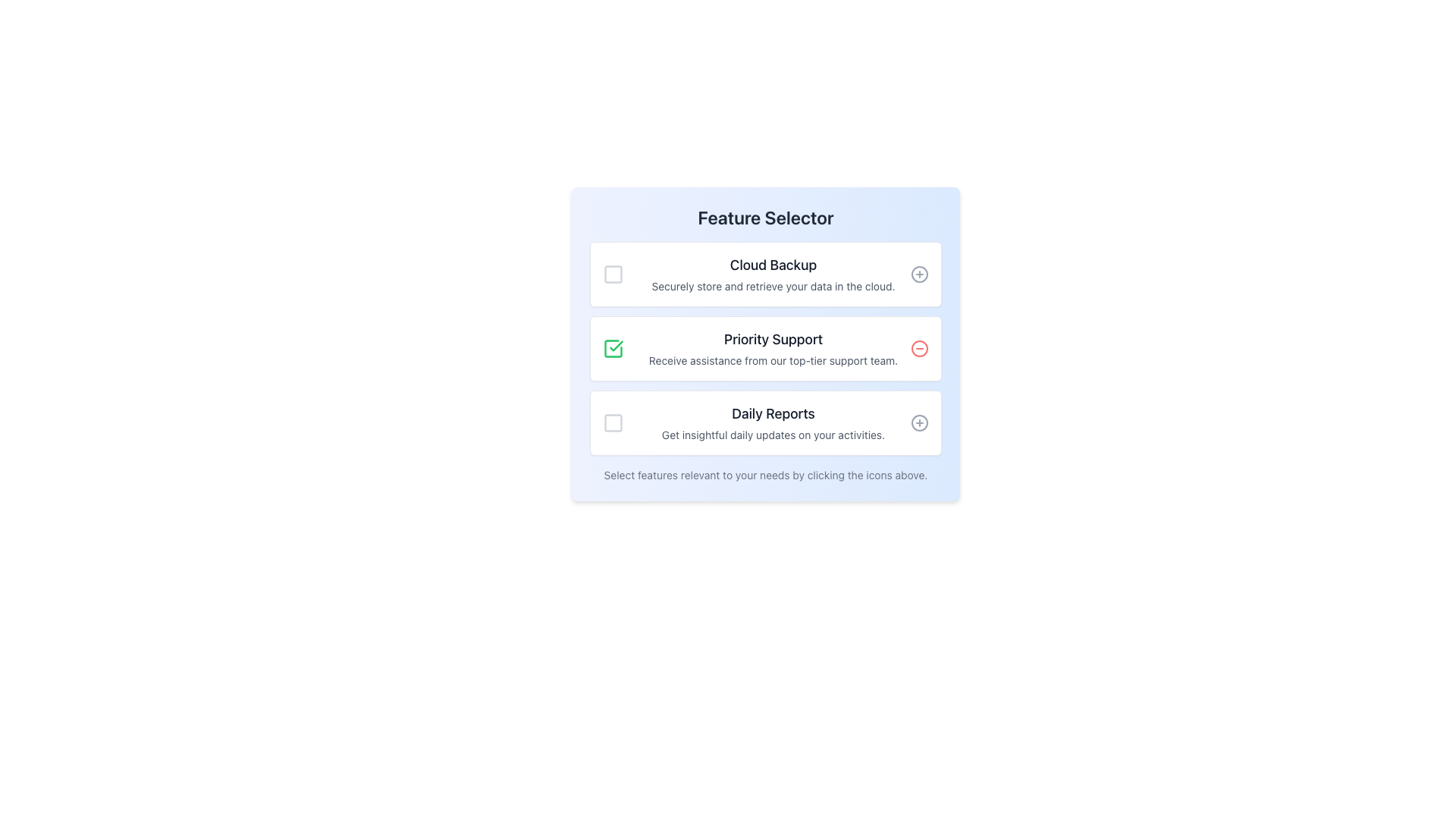  Describe the element at coordinates (919, 275) in the screenshot. I see `the circular graphic element that serves as a visual indicator for the 'Cloud Backup' option, located at the top-right corner of its clickable rectangular area` at that location.